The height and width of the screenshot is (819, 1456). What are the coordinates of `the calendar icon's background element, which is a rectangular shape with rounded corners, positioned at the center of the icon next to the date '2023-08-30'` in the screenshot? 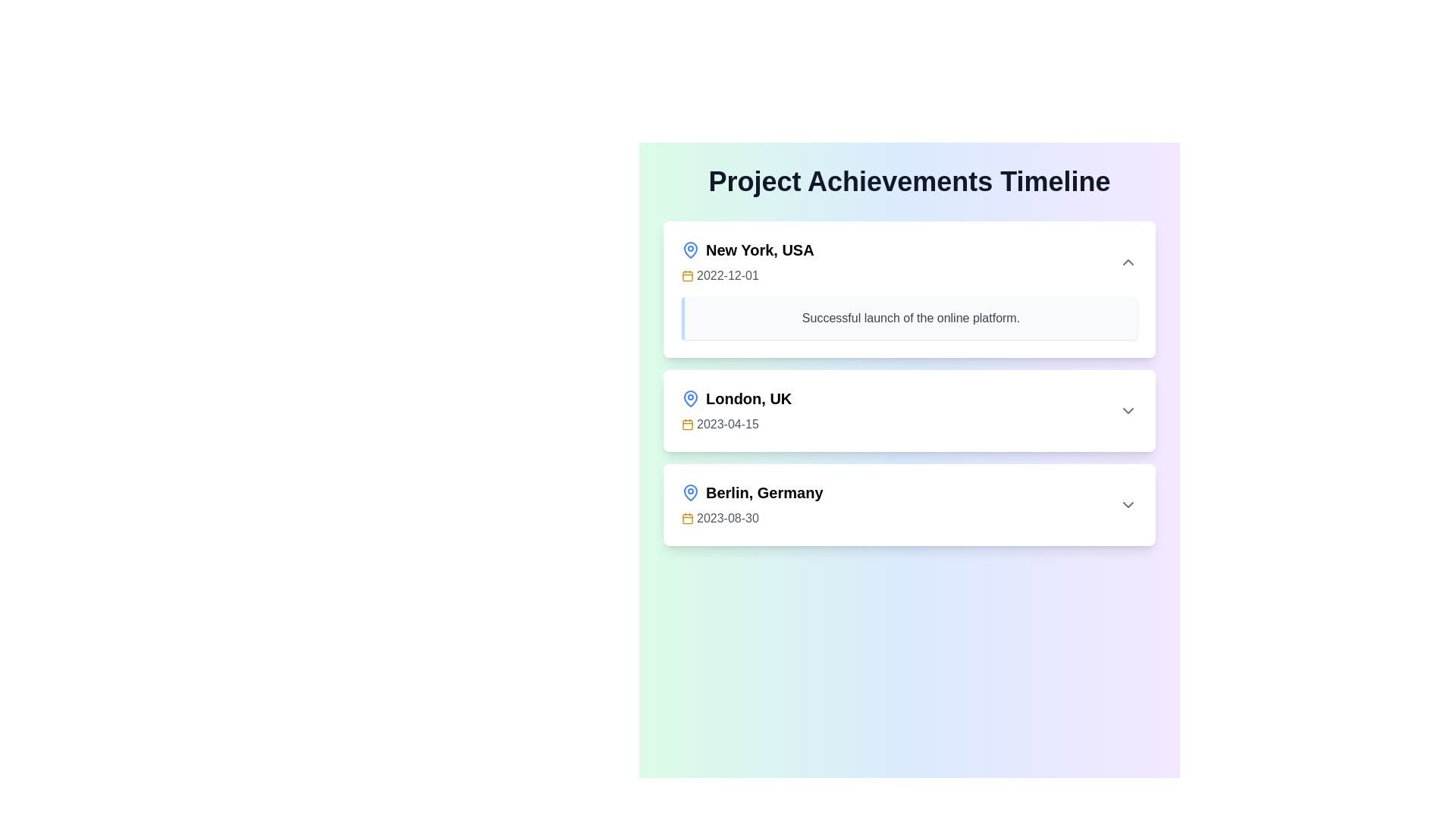 It's located at (687, 517).